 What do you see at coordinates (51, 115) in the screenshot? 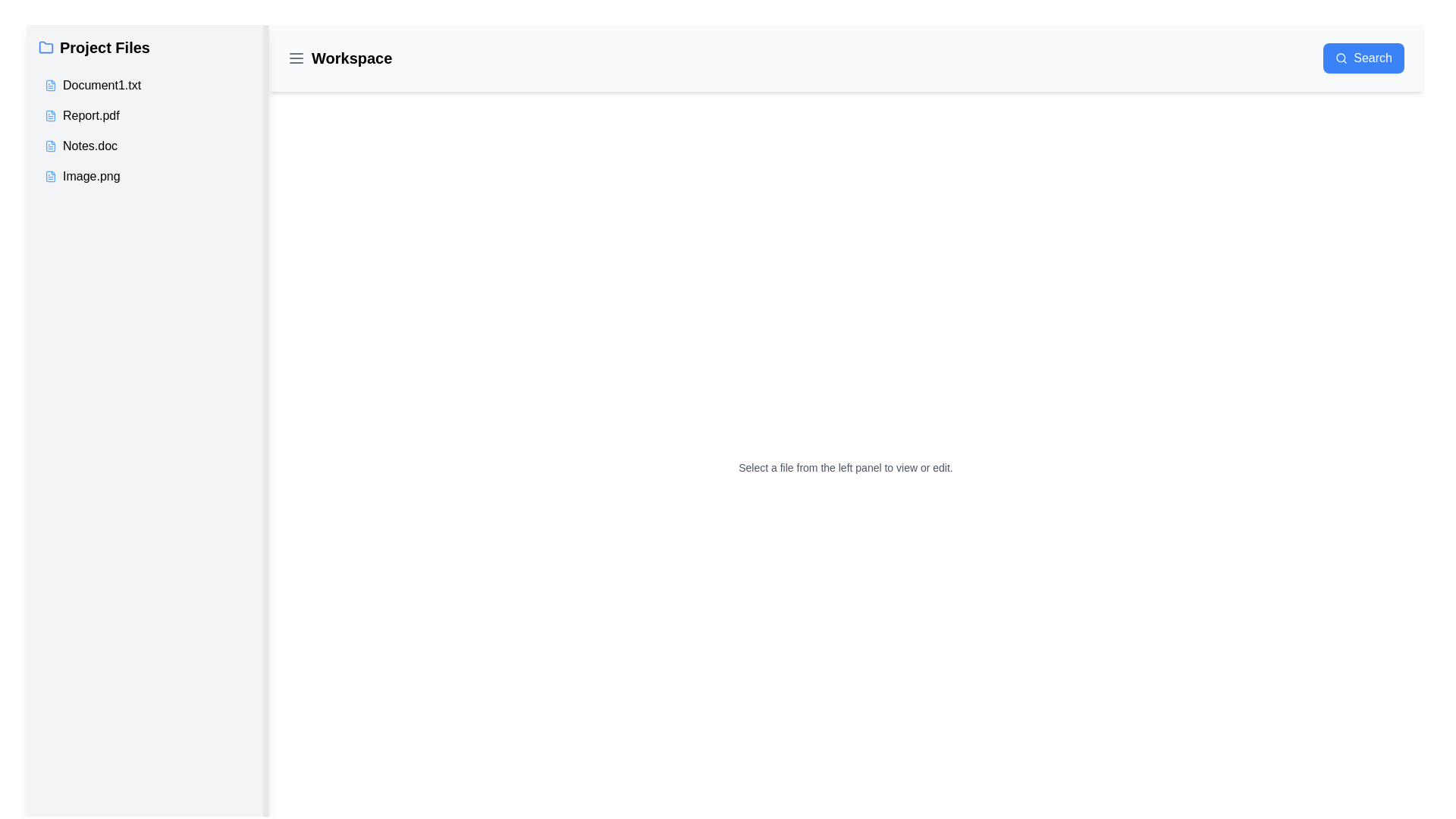
I see `the icon representing the 'Report.pdf' file in the sidebar` at bounding box center [51, 115].